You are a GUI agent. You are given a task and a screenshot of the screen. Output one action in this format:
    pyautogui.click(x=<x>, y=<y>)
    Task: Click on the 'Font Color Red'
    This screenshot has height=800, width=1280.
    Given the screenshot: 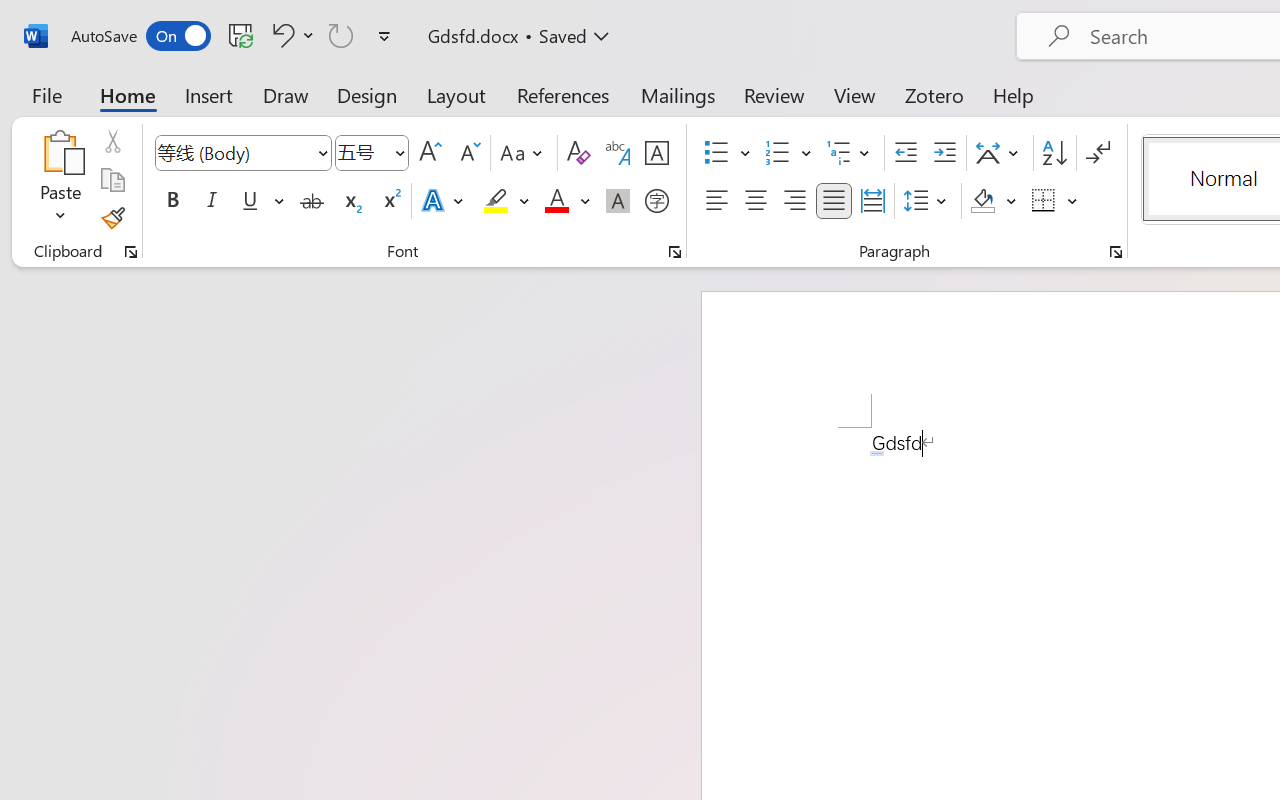 What is the action you would take?
    pyautogui.click(x=556, y=201)
    